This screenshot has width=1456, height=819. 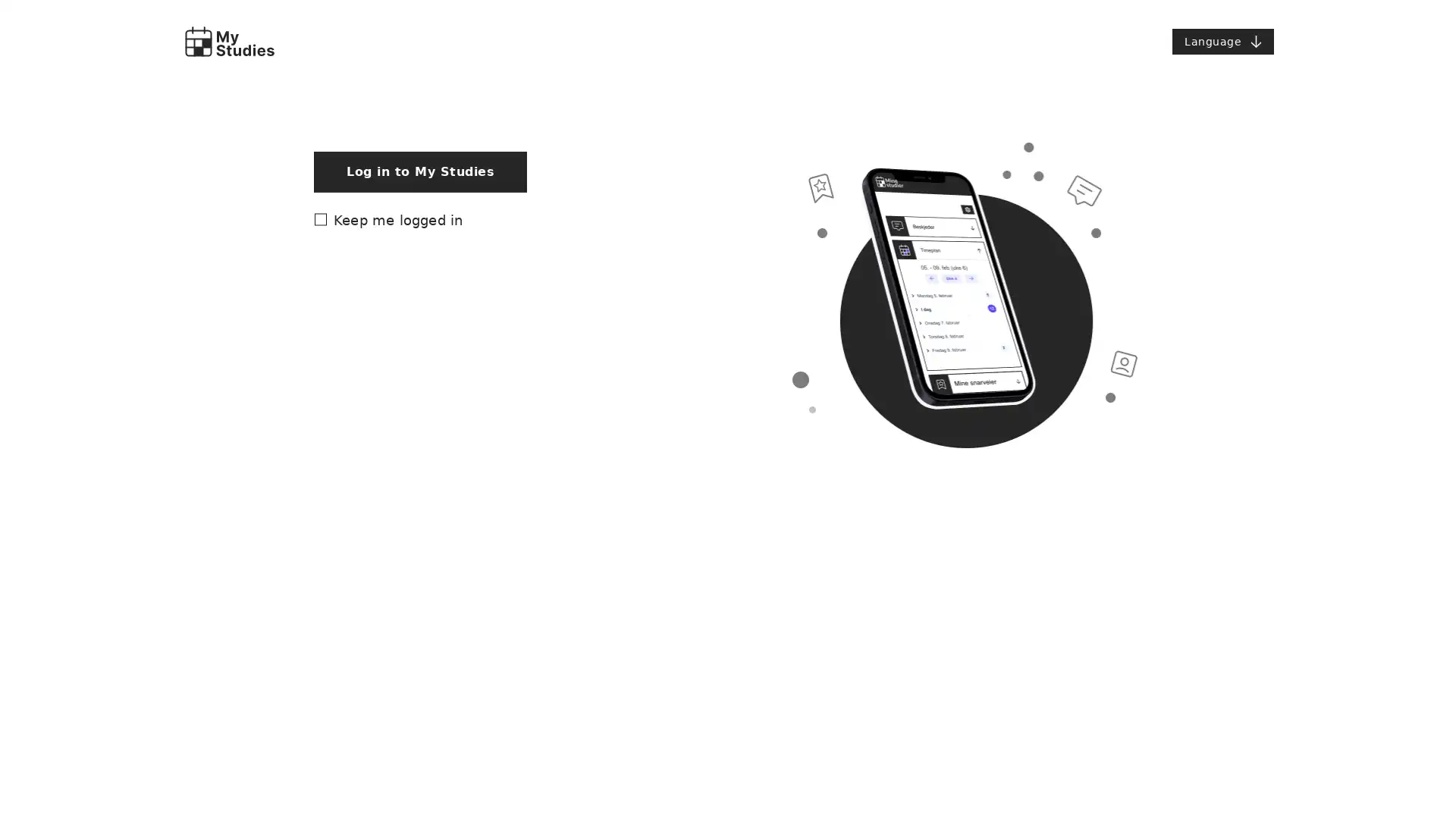 I want to click on Log in to My Studies, so click(x=420, y=547).